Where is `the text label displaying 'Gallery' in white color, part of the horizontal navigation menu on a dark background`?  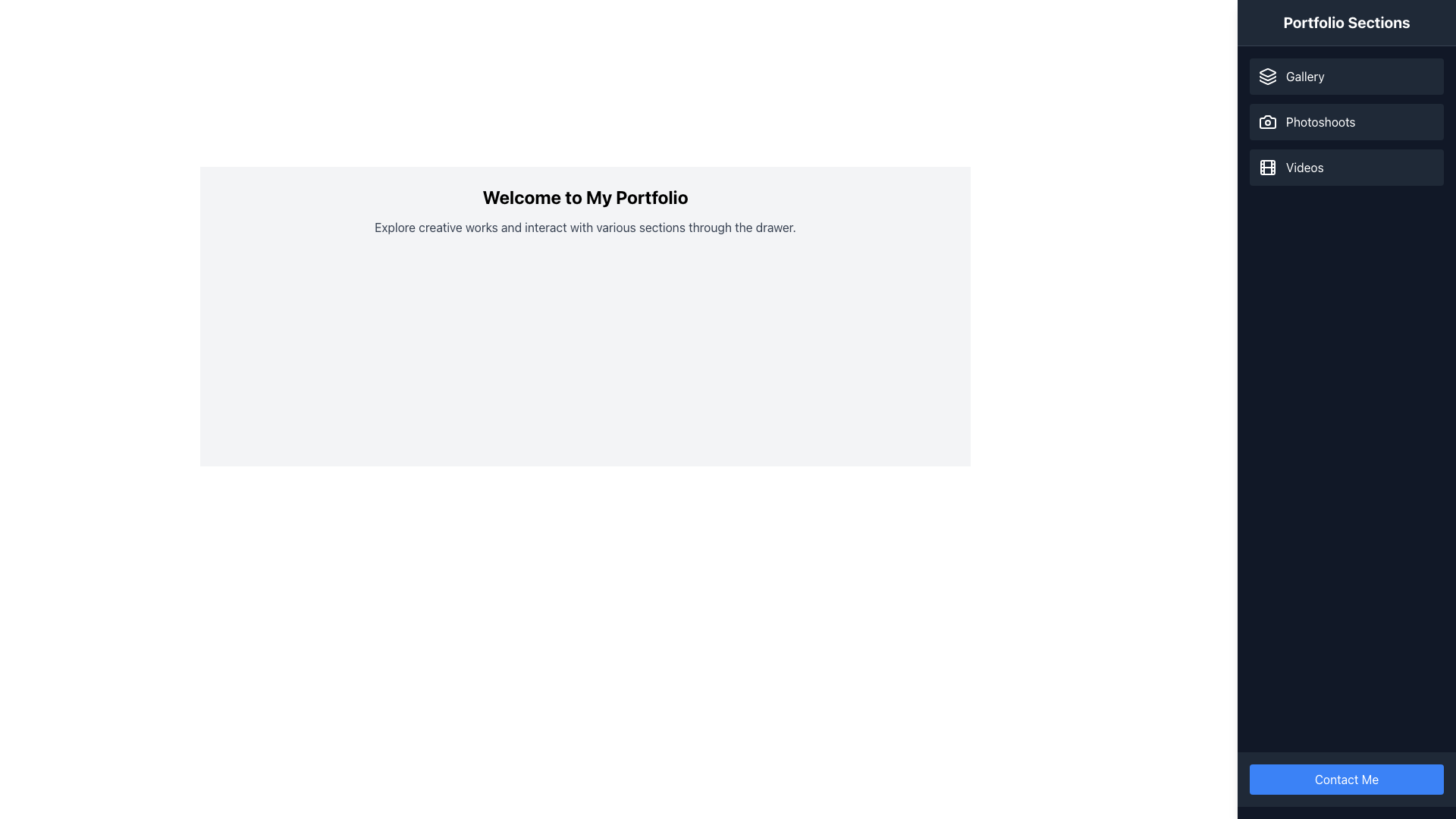
the text label displaying 'Gallery' in white color, part of the horizontal navigation menu on a dark background is located at coordinates (1304, 76).